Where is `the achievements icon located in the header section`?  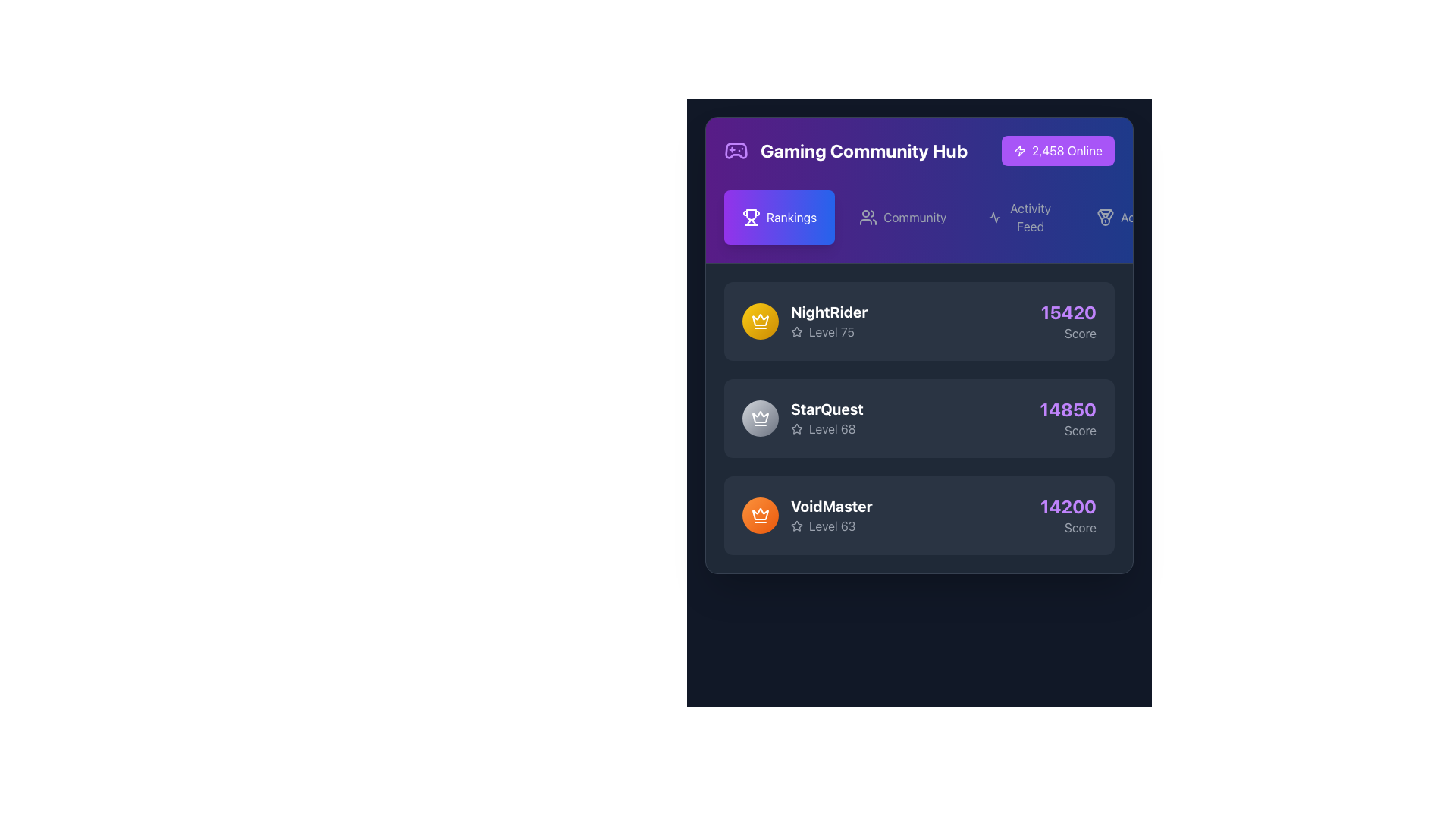
the achievements icon located in the header section is located at coordinates (1106, 217).